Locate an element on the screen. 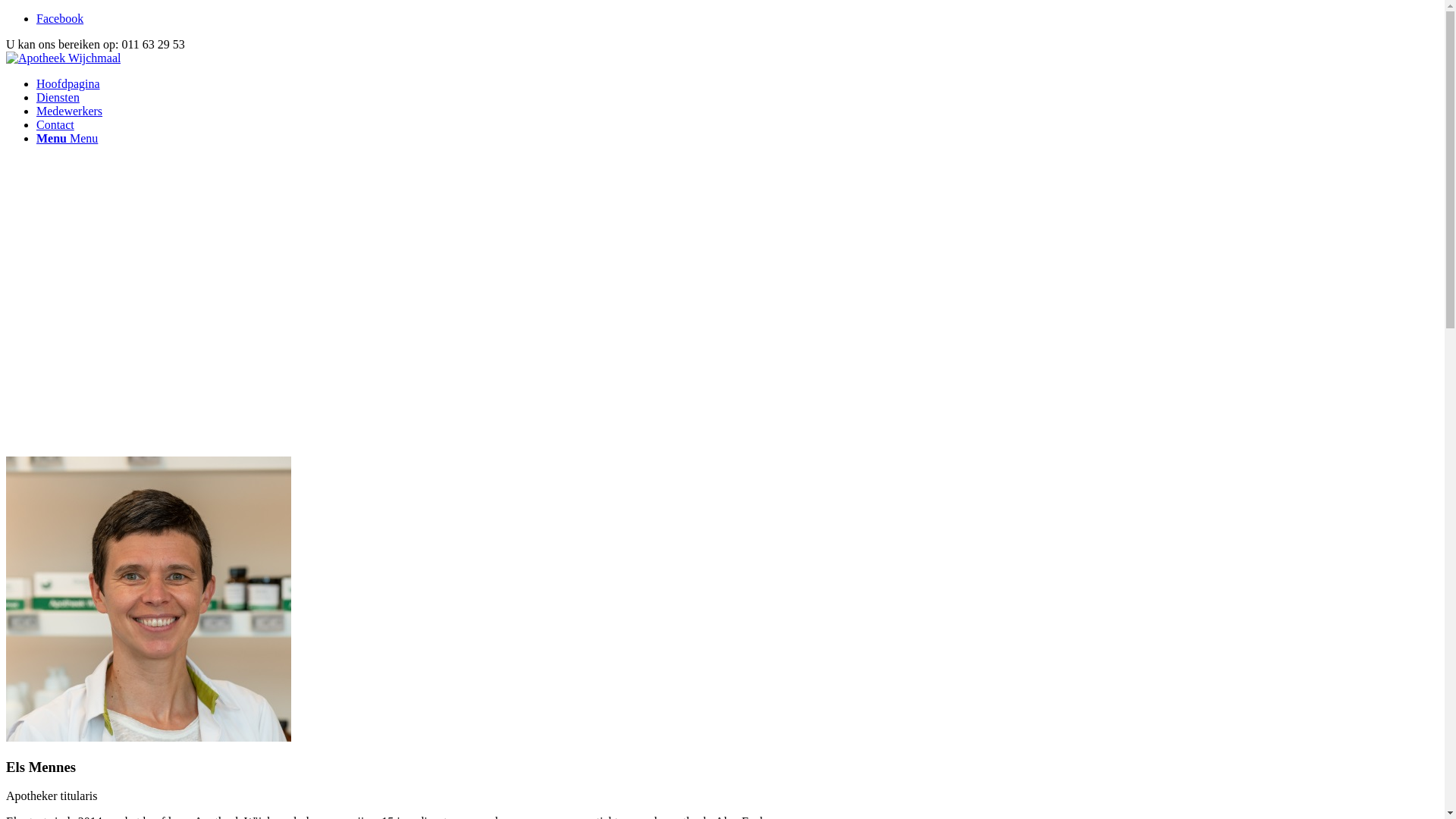 The height and width of the screenshot is (819, 1456). 'Hoofdpagina' is located at coordinates (67, 83).